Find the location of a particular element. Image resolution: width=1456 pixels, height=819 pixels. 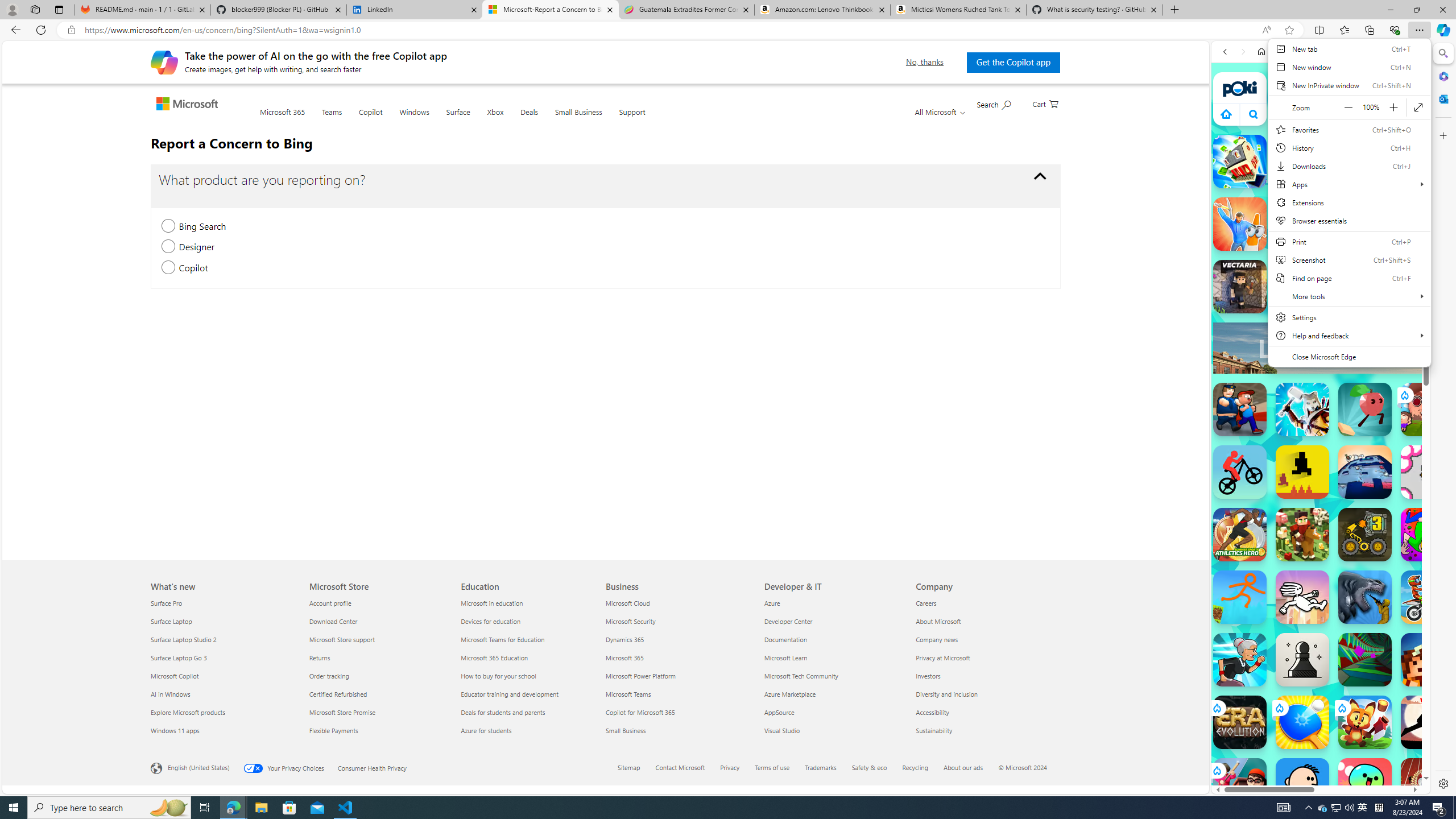

'AI in Windows What' is located at coordinates (170, 693).